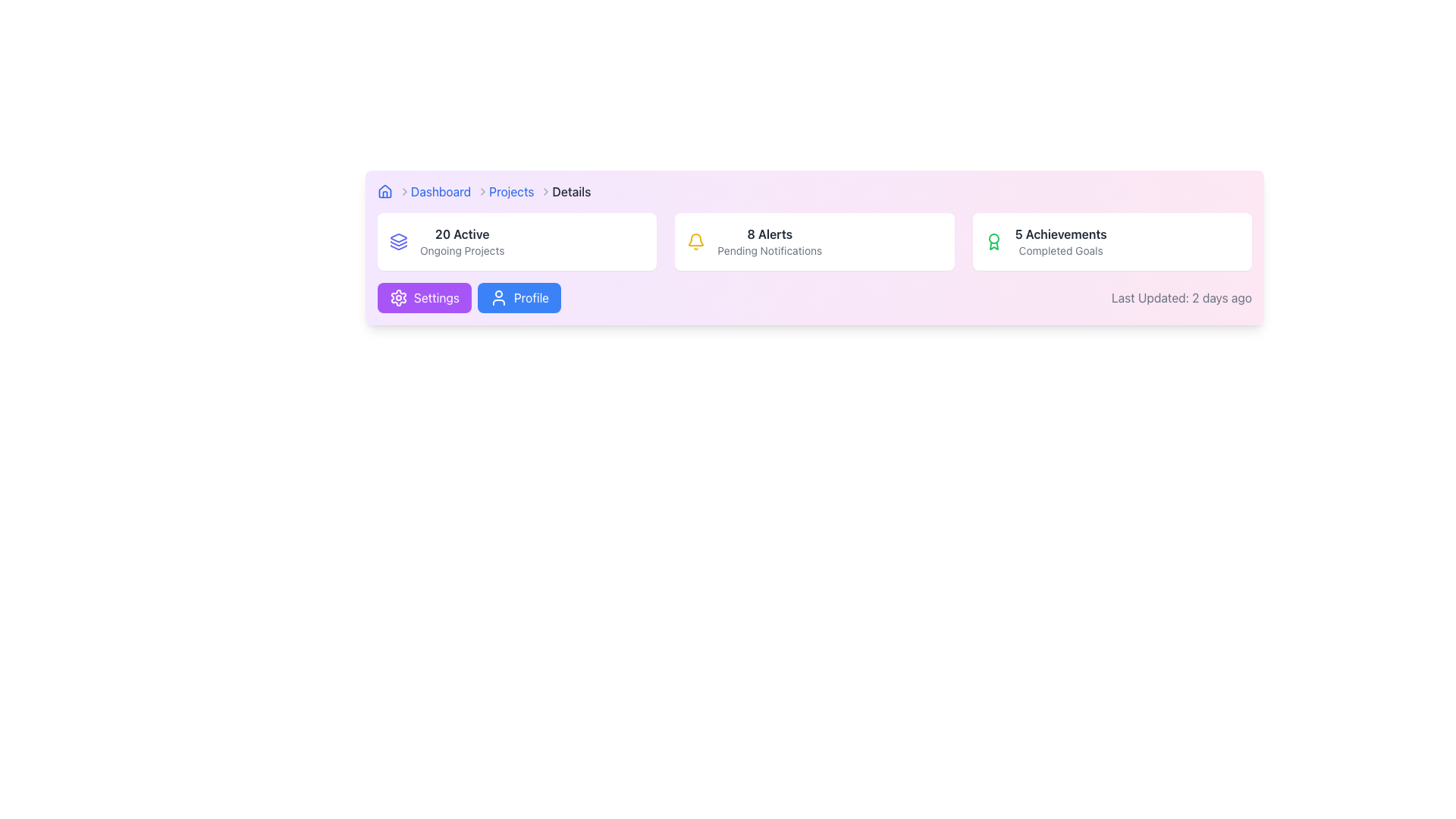 The height and width of the screenshot is (819, 1456). What do you see at coordinates (436, 298) in the screenshot?
I see `the 'Settings' button, which is identified by its text label positioned on the right-hand side within the purple button for accessing settings or configuration options` at bounding box center [436, 298].